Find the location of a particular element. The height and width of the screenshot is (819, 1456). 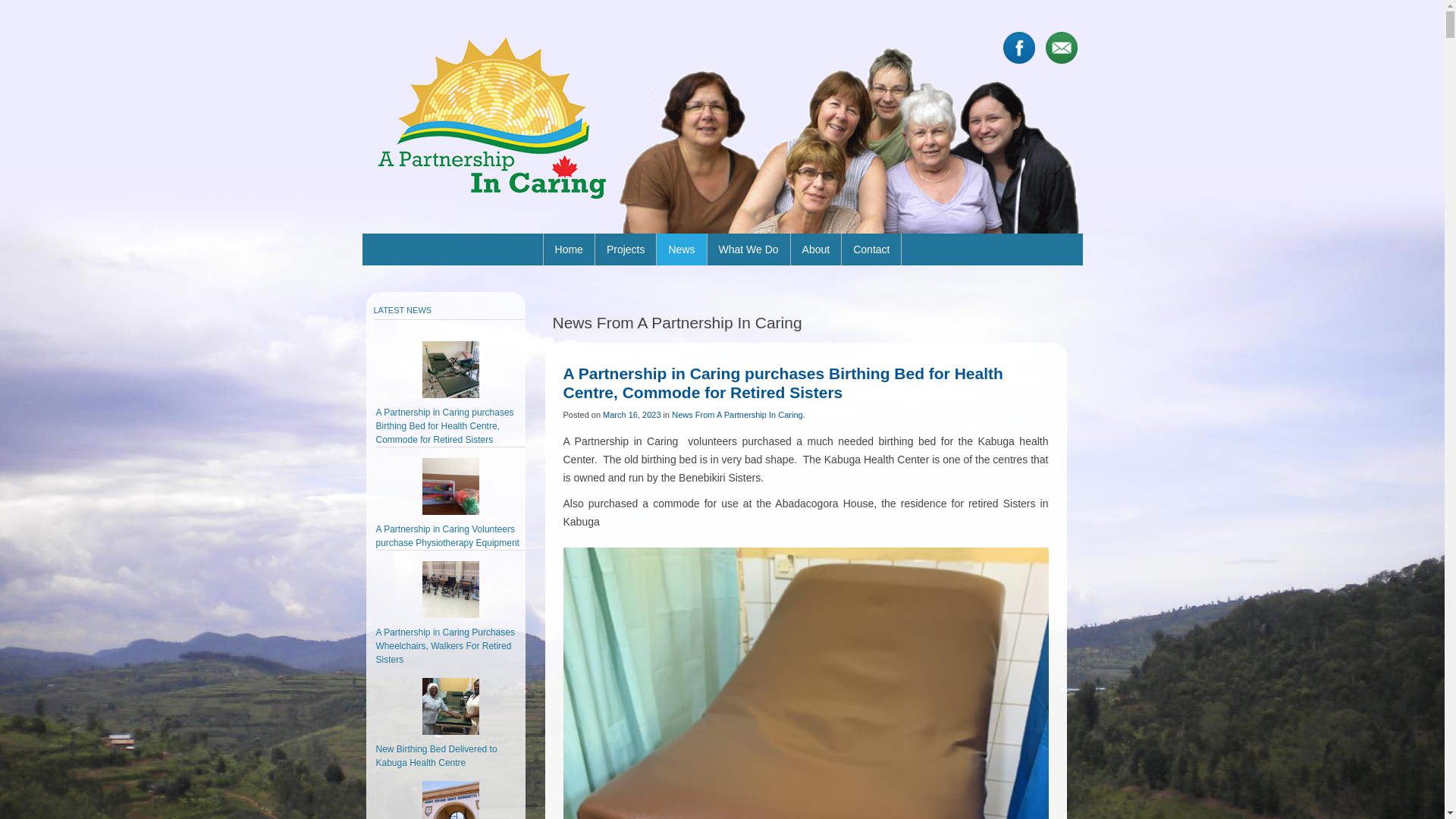

'News' is located at coordinates (680, 248).